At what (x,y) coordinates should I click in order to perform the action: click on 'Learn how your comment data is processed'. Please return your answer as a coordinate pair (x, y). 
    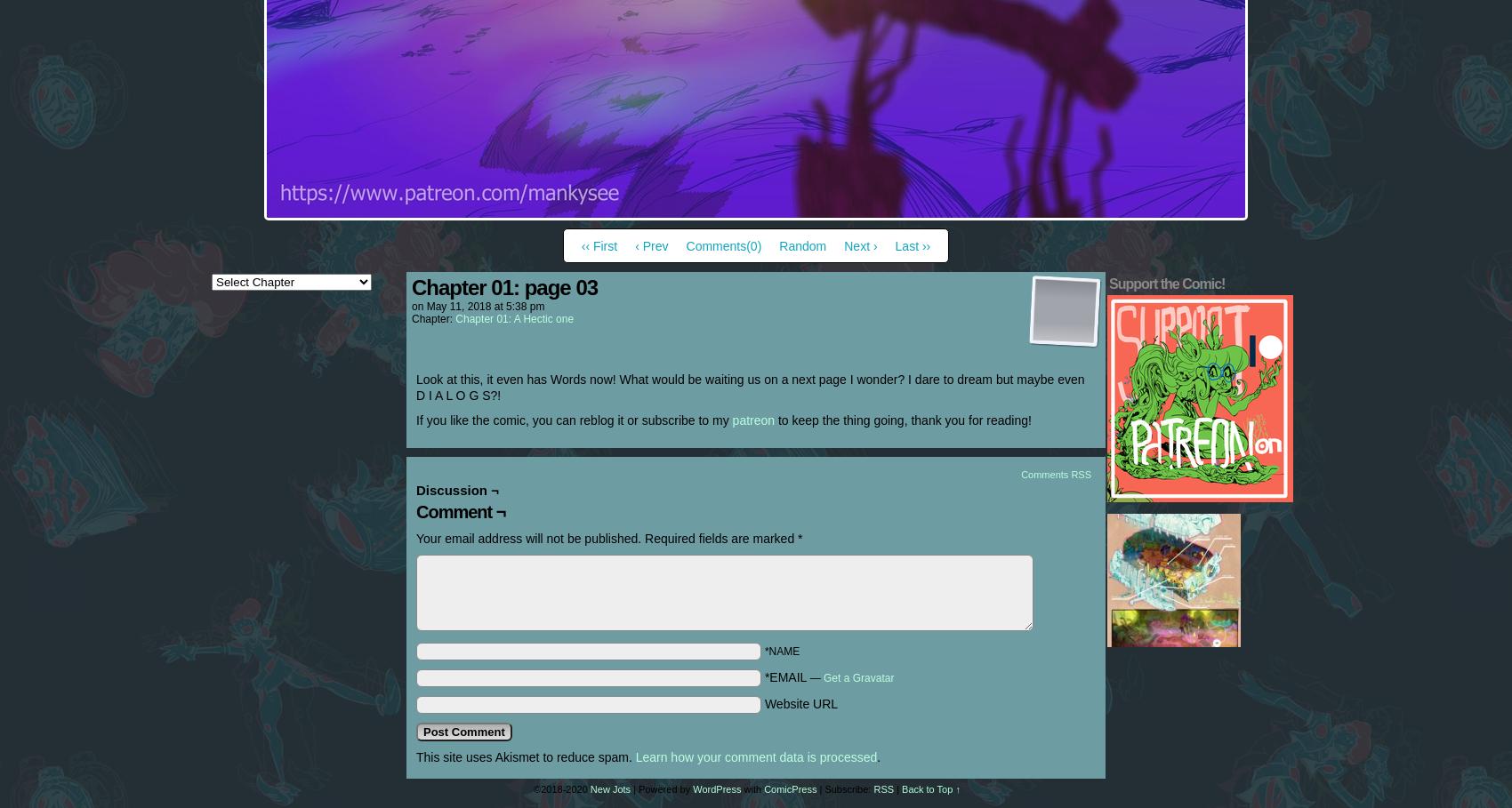
    Looking at the image, I should click on (635, 756).